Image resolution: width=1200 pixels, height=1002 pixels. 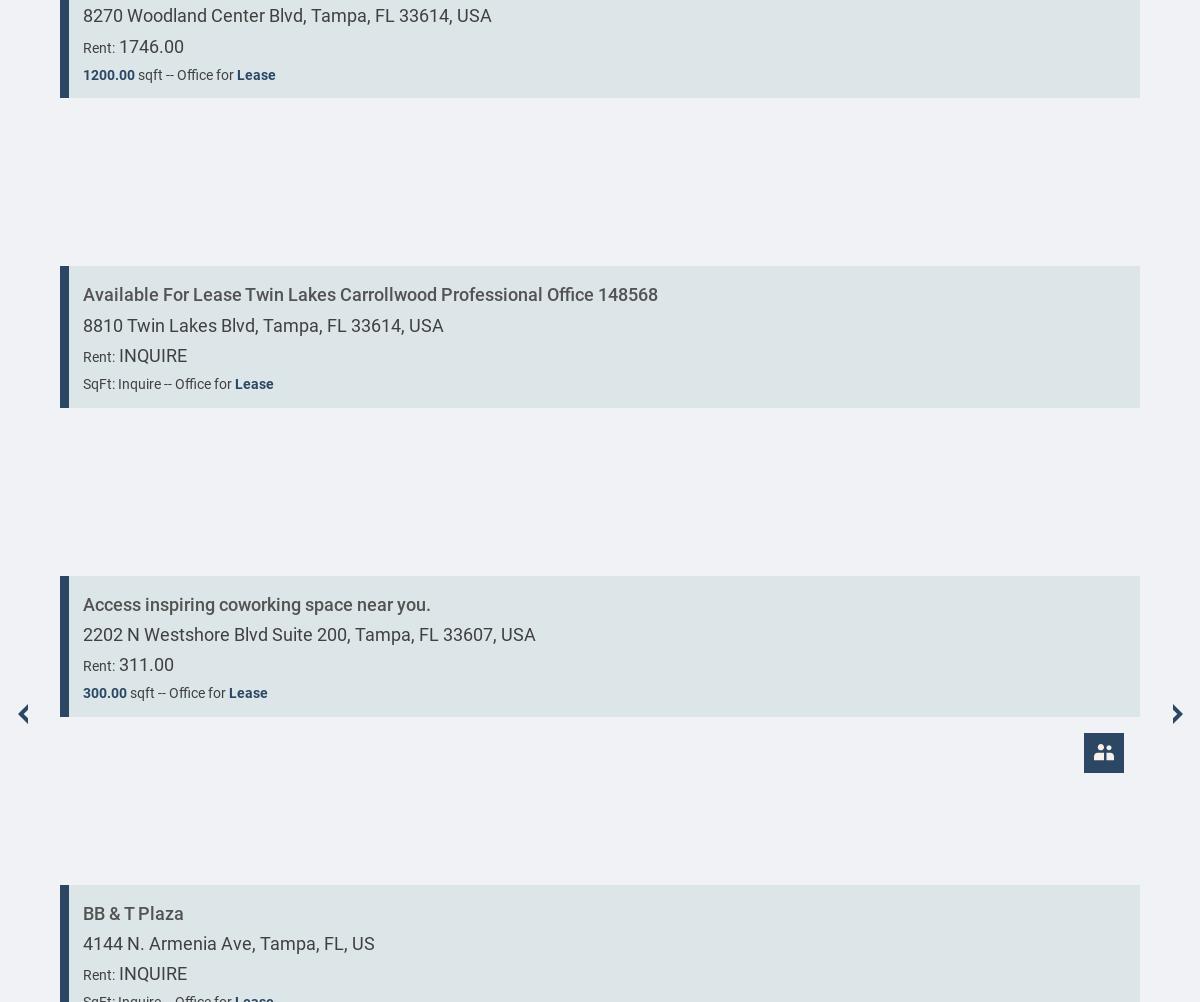 I want to click on '311.00', so click(x=146, y=662).